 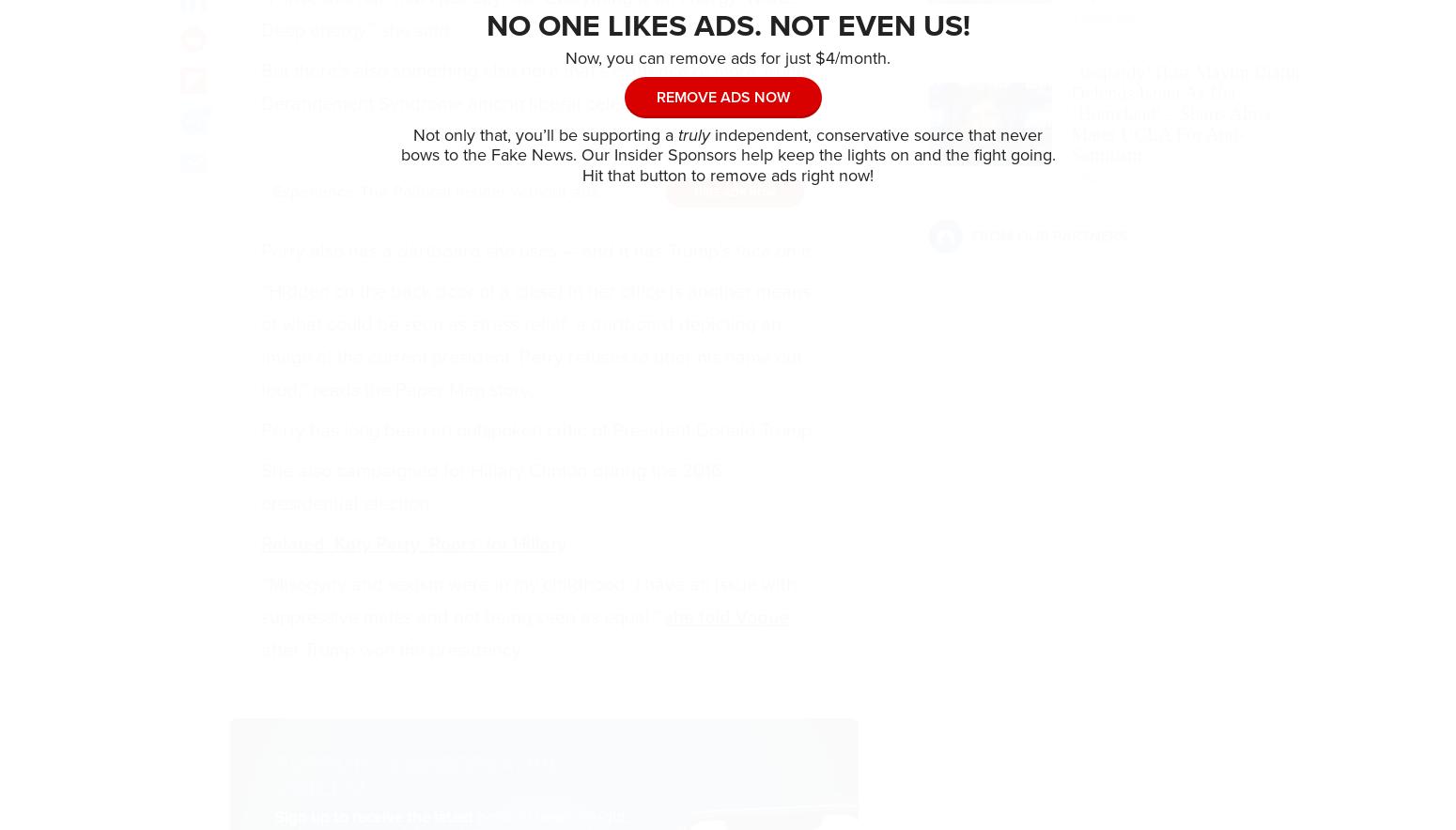 What do you see at coordinates (545, 133) in the screenshot?
I see `'Not only that, you’ll be supporting a'` at bounding box center [545, 133].